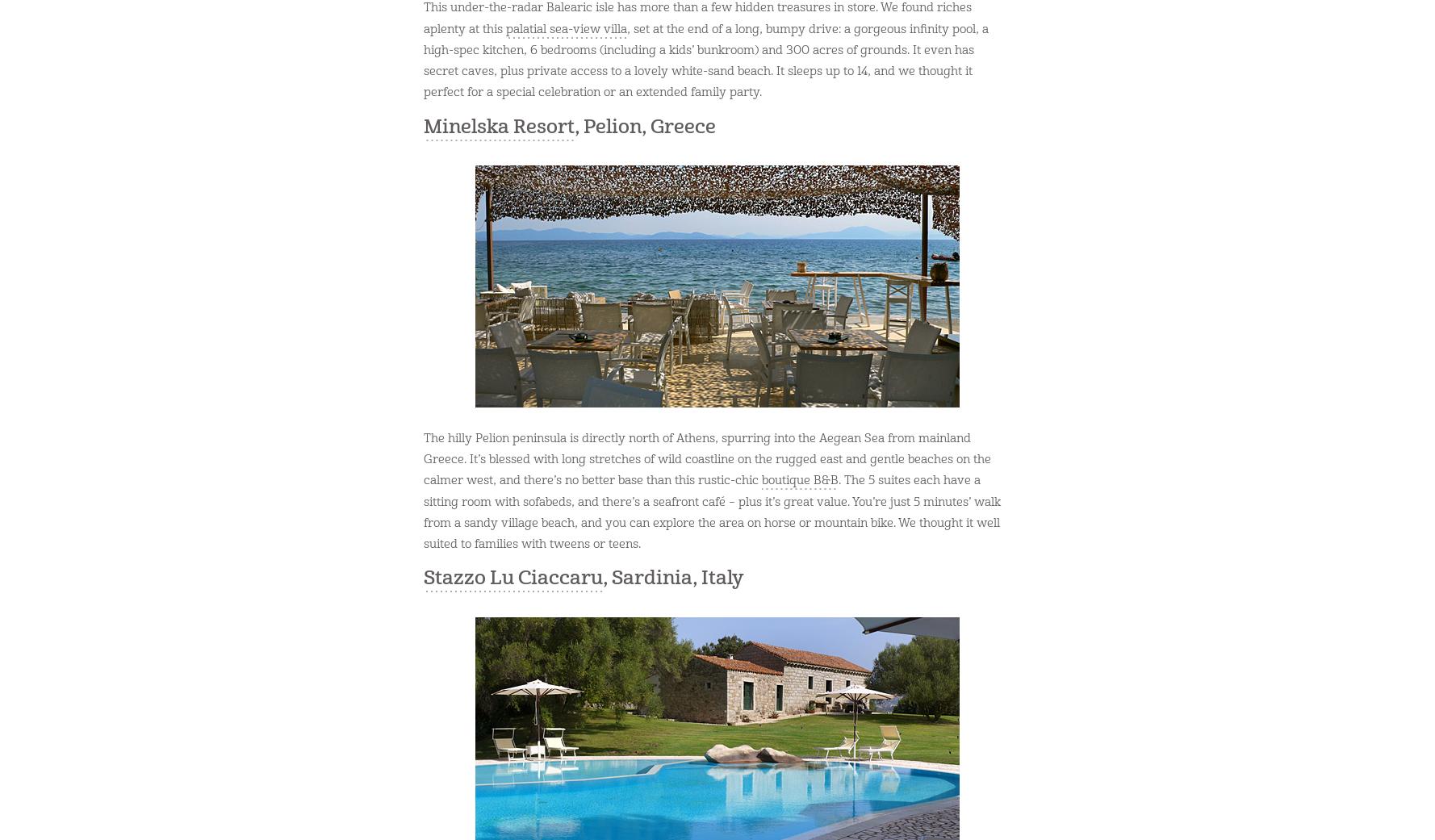 This screenshot has height=840, width=1435. Describe the element at coordinates (645, 126) in the screenshot. I see `', Pelion, Greece'` at that location.